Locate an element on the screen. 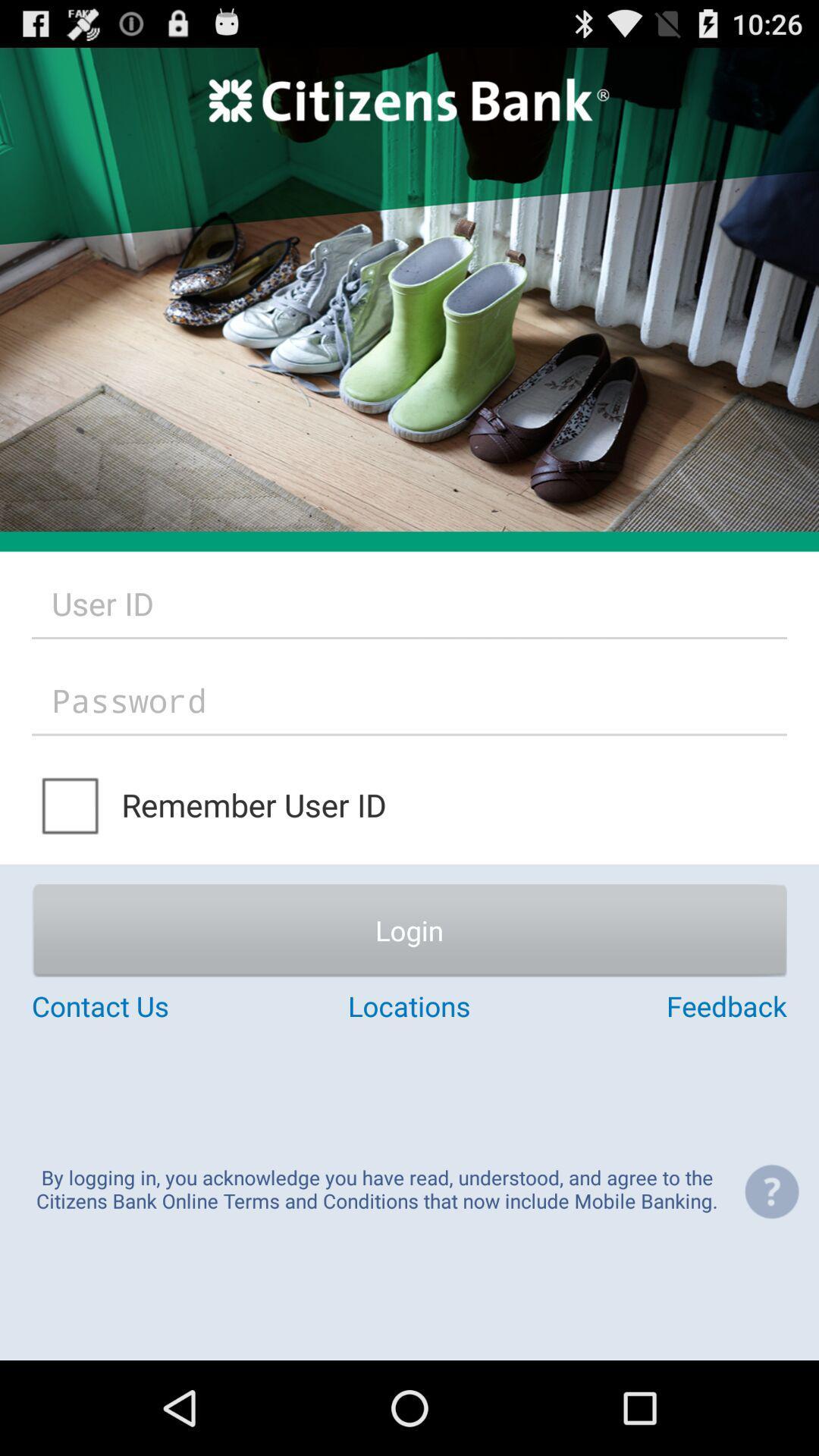  the item below feedback is located at coordinates (771, 1191).